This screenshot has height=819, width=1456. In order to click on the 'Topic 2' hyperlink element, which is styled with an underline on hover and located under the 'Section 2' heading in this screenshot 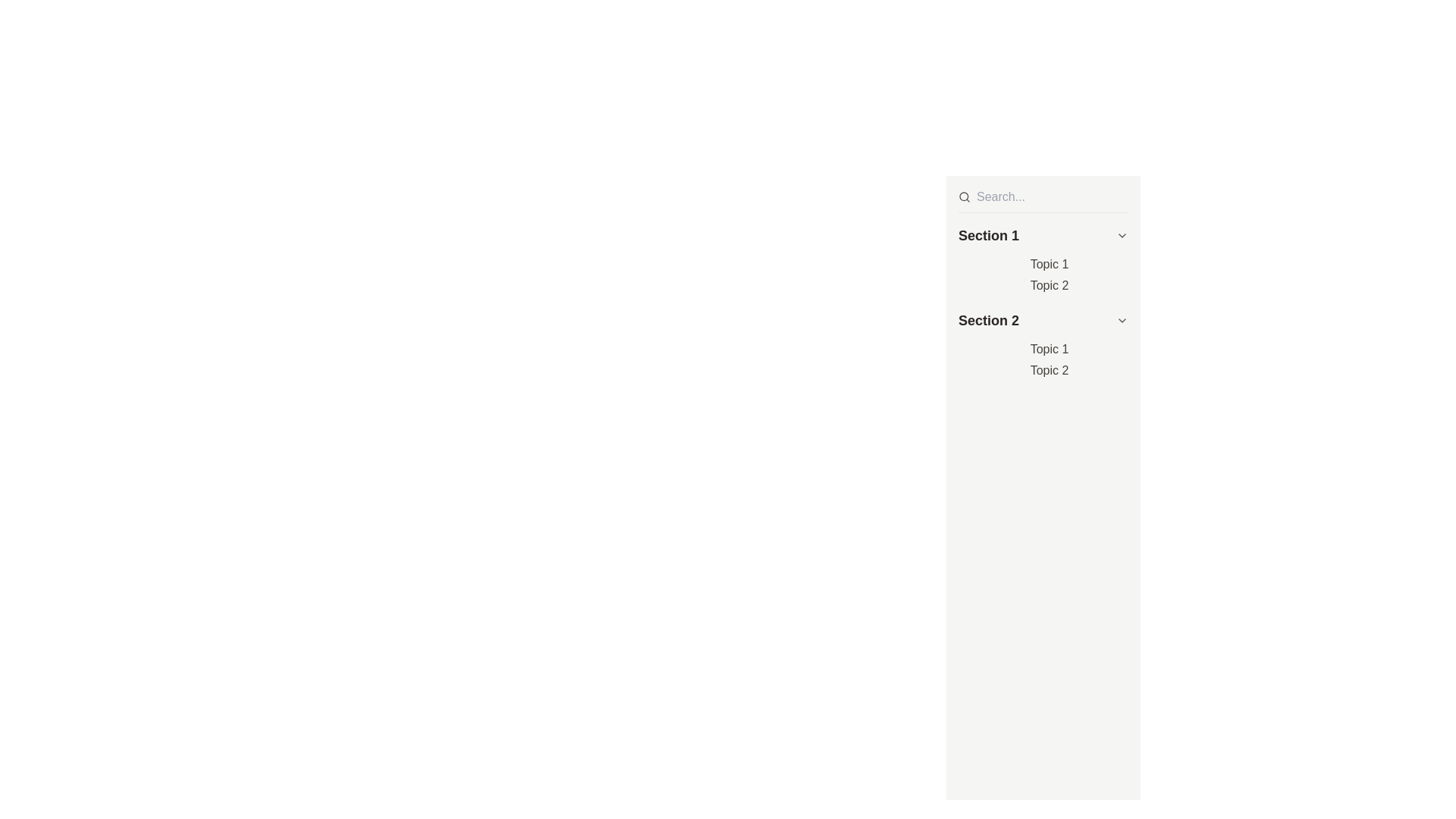, I will do `click(1048, 370)`.